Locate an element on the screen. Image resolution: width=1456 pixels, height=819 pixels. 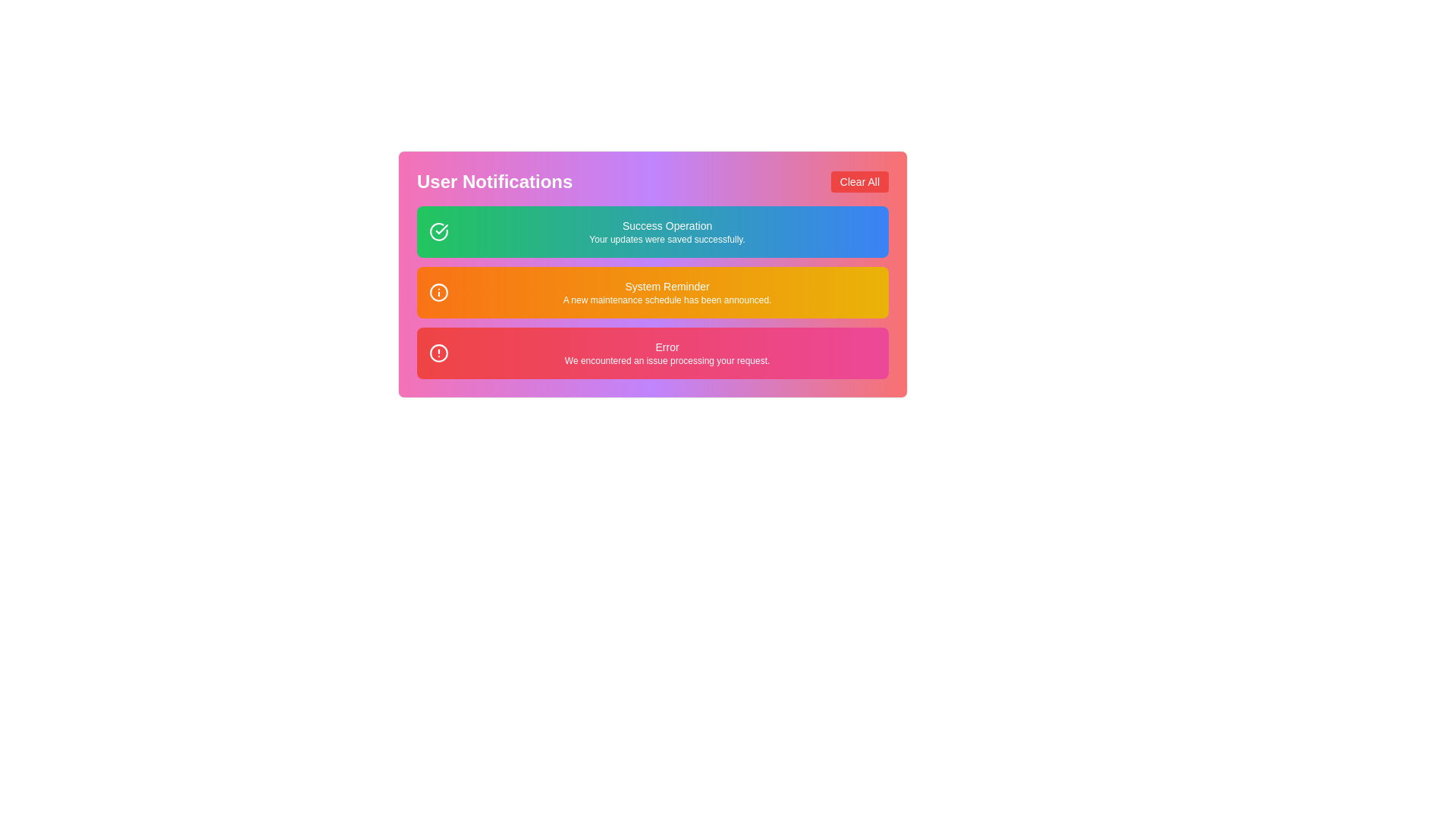
the circular success icon with a checkmark, located at the top-left corner of the notification block labeled 'Success Operation' is located at coordinates (438, 231).